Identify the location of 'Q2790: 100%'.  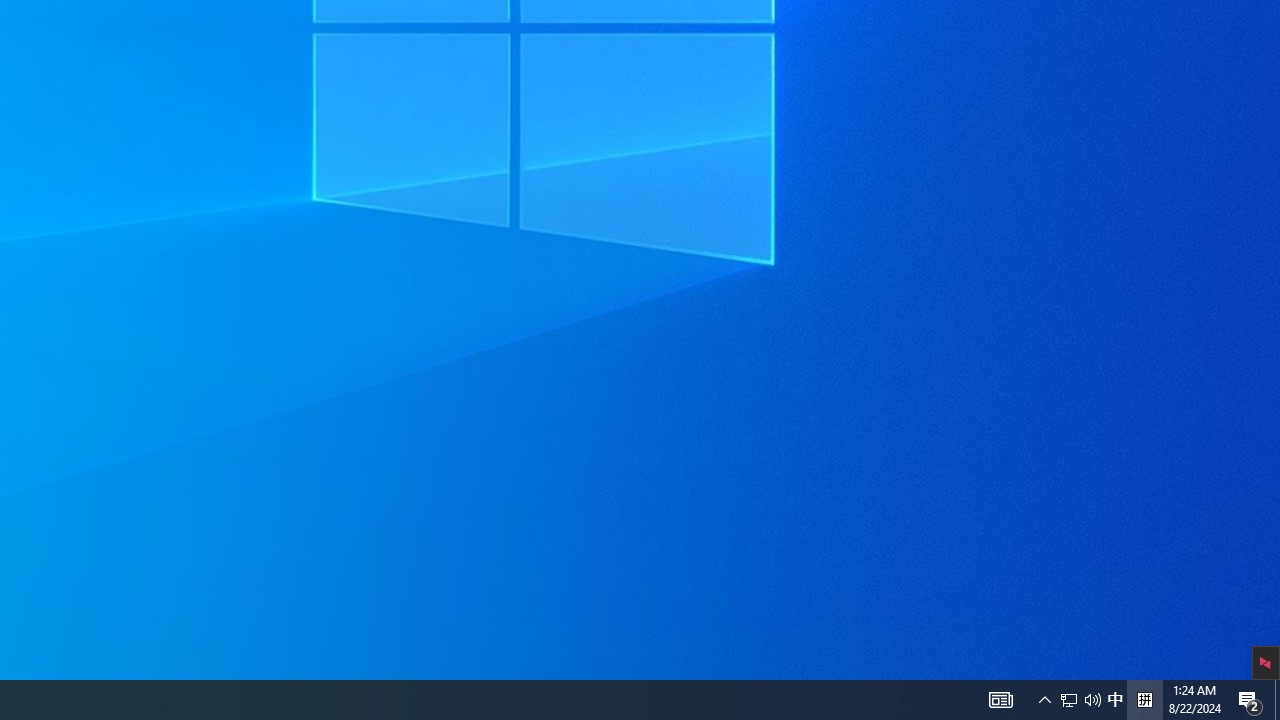
(1079, 698).